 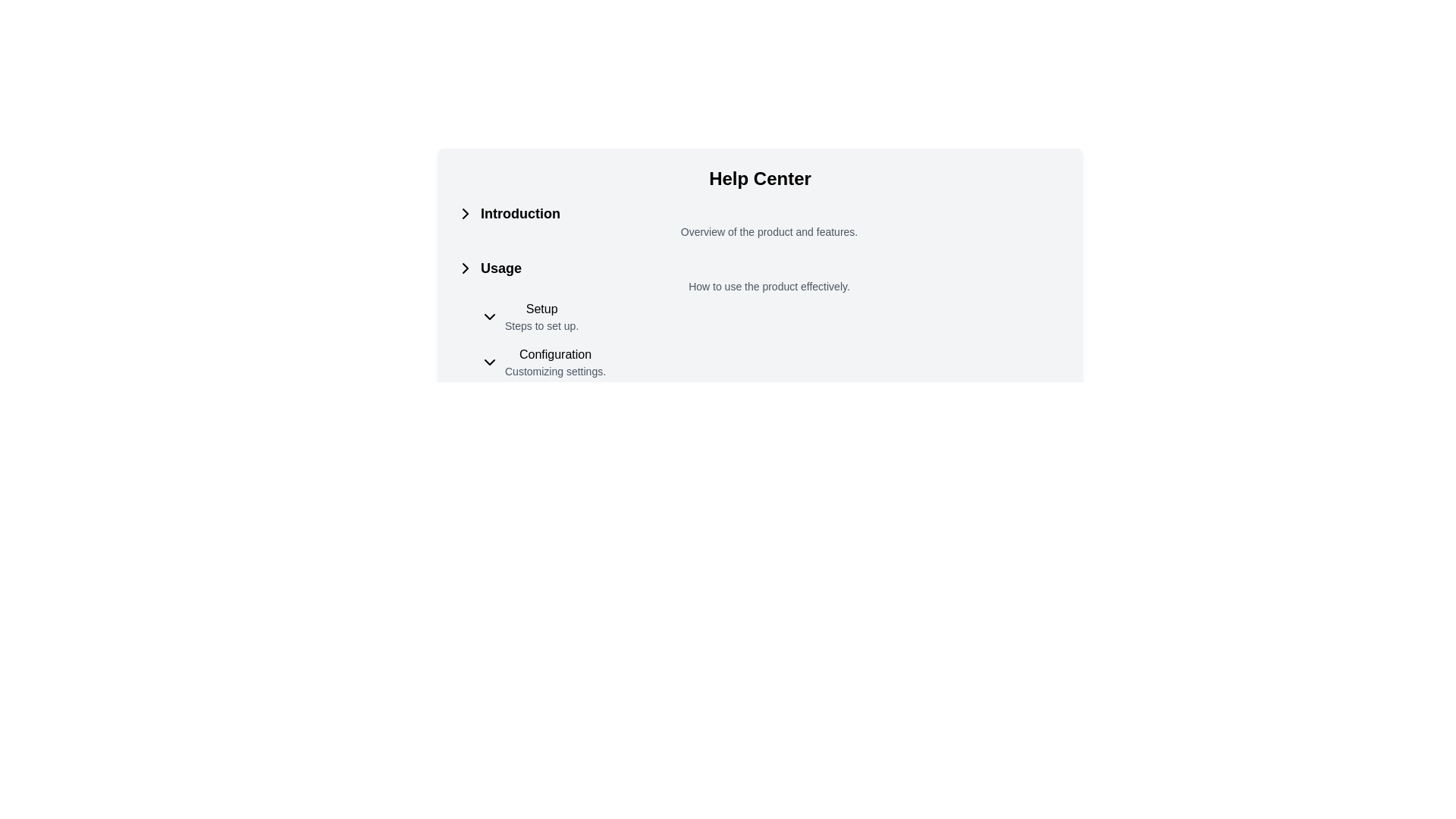 I want to click on the Information block located under the 'Usage' section, which contains 'Setup' and 'Configuration' steps, so click(x=772, y=338).